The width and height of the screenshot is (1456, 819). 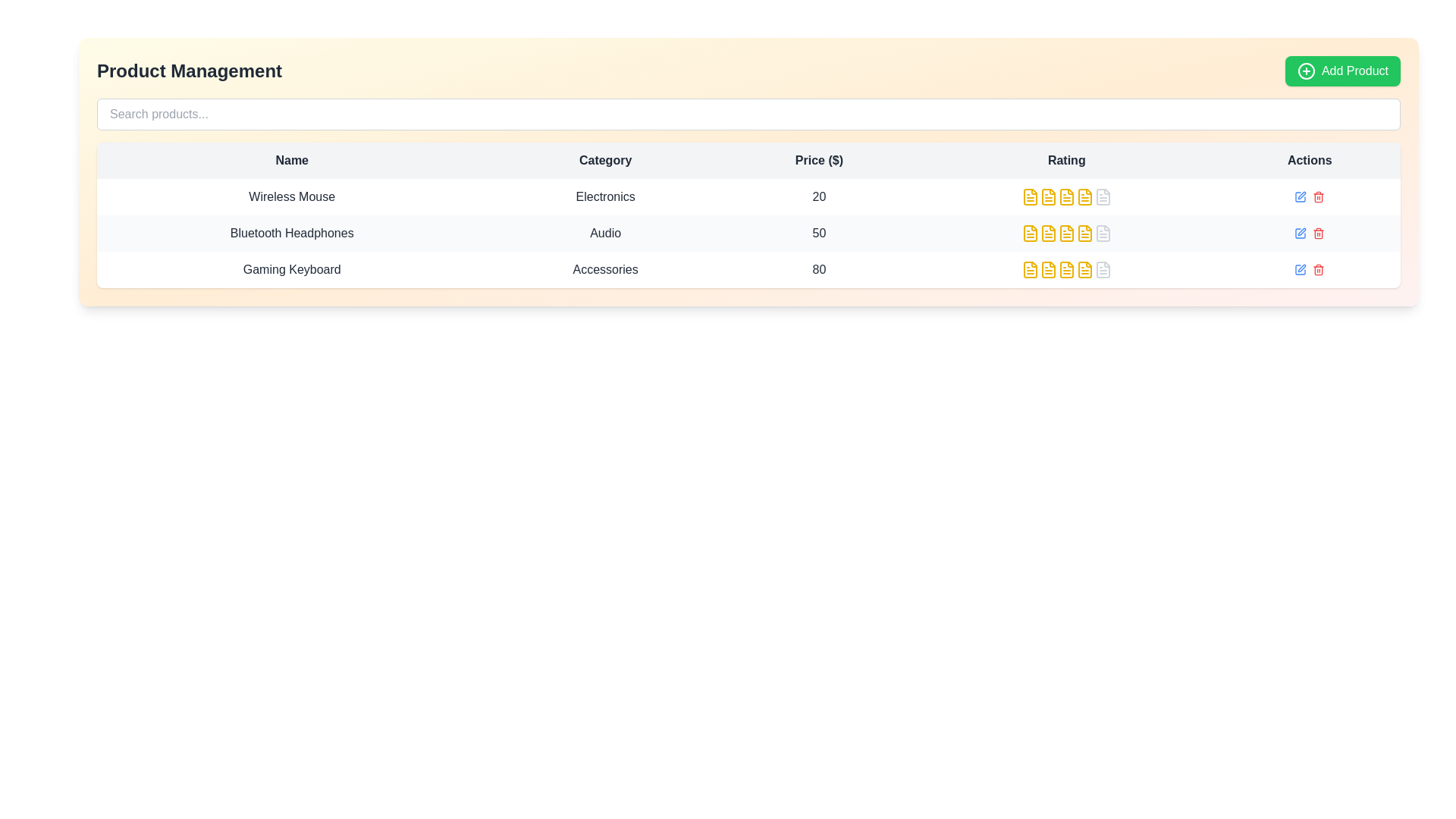 I want to click on the text label displaying the numeric value '50' located in the second row under the 'Price ($)' column, adjacent to the 'Audio' value in the 'Category' column and 'Rating' on its right, so click(x=818, y=234).